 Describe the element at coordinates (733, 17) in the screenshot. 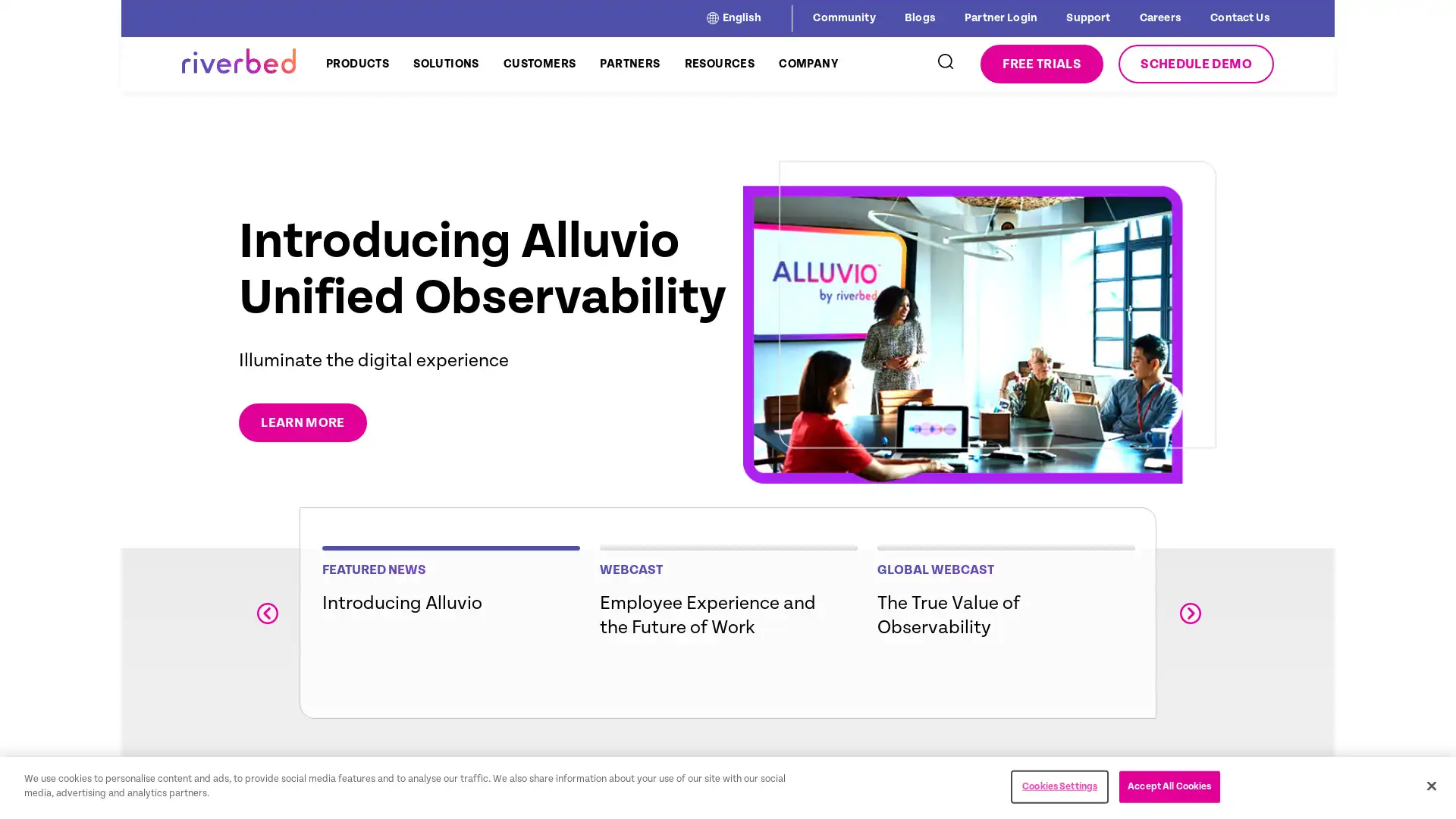

I see `English` at that location.